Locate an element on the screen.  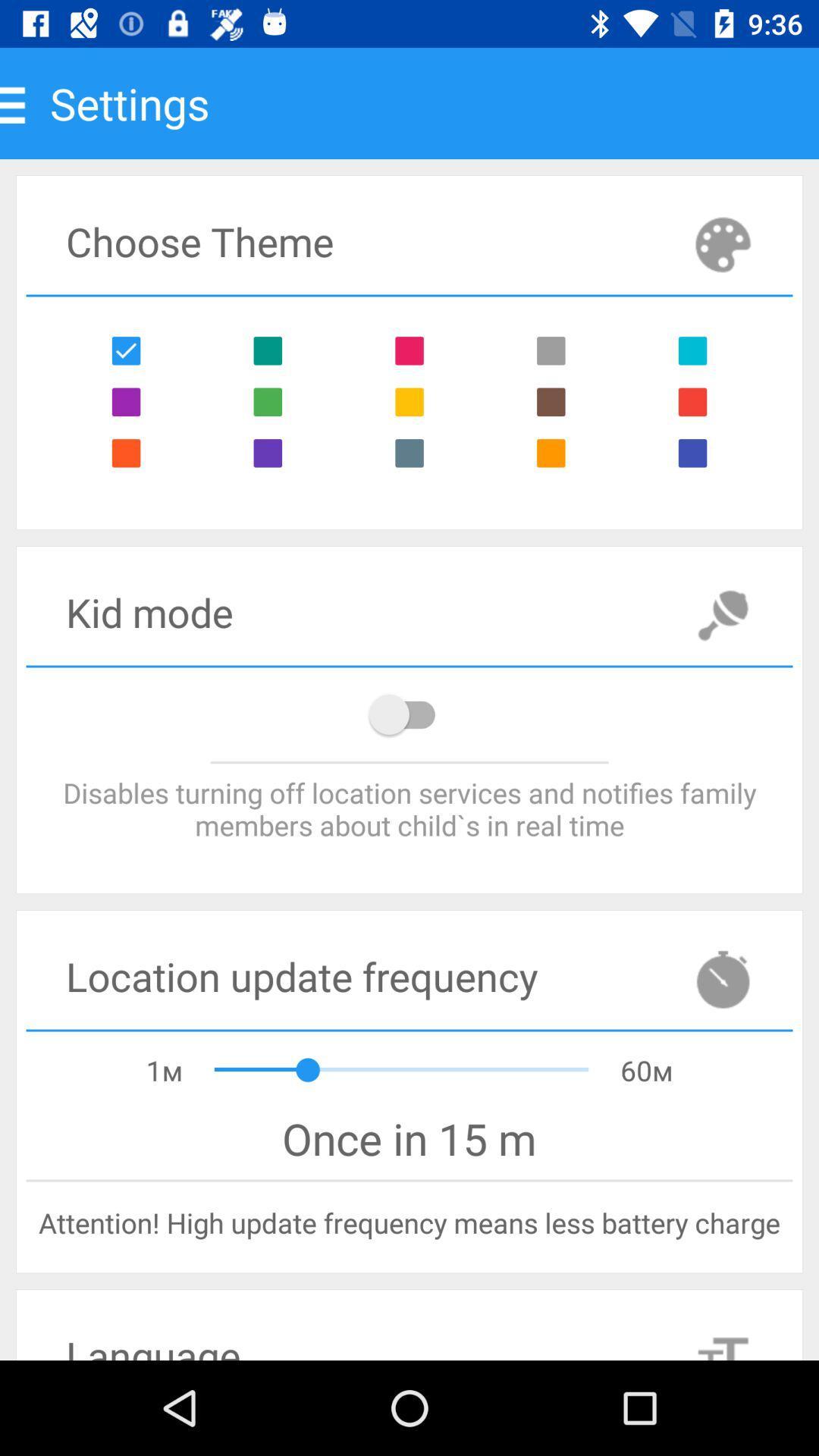
location notifications on is located at coordinates (409, 714).